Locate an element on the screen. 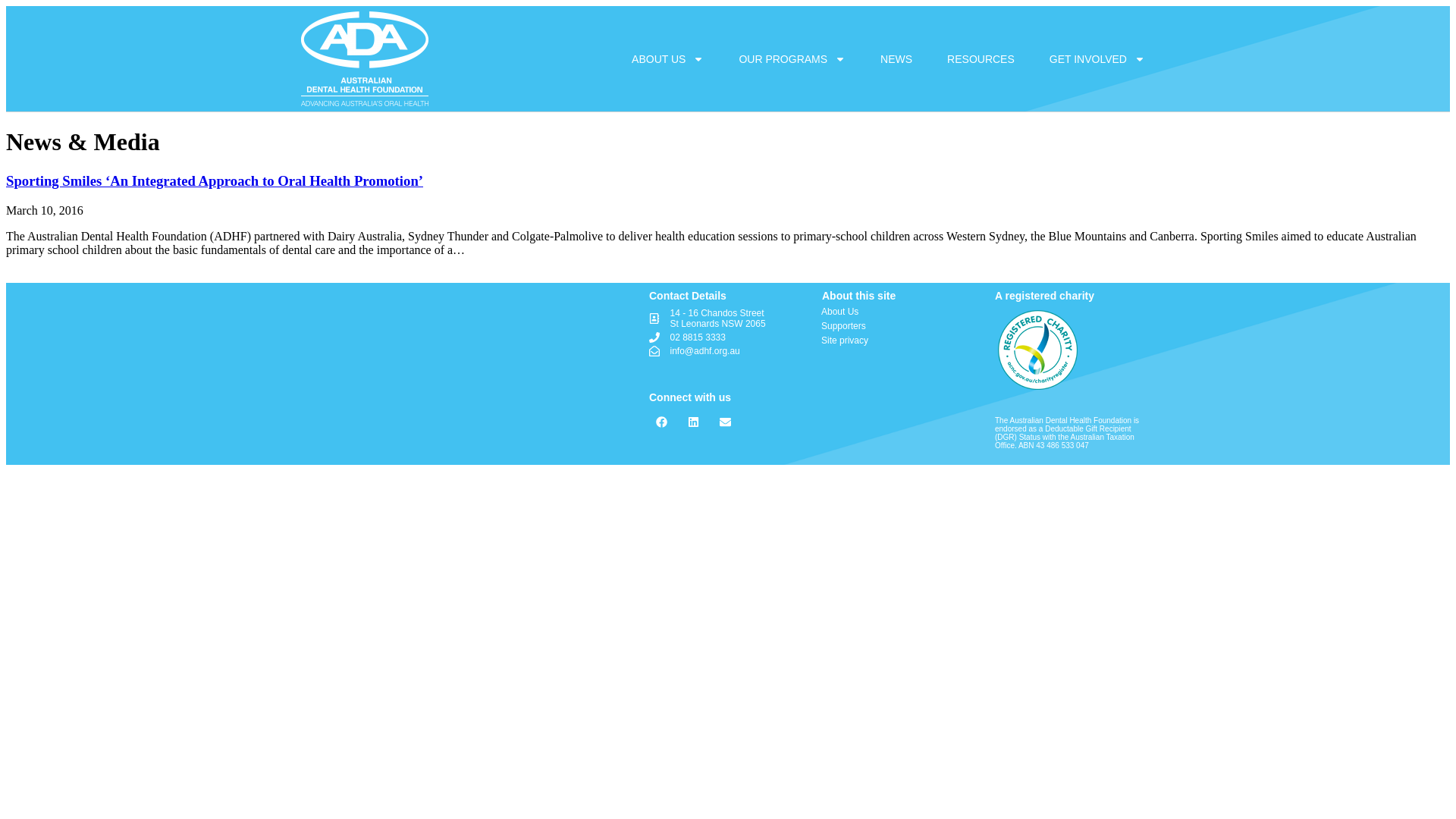  'GET INVOLVED' is located at coordinates (1097, 58).